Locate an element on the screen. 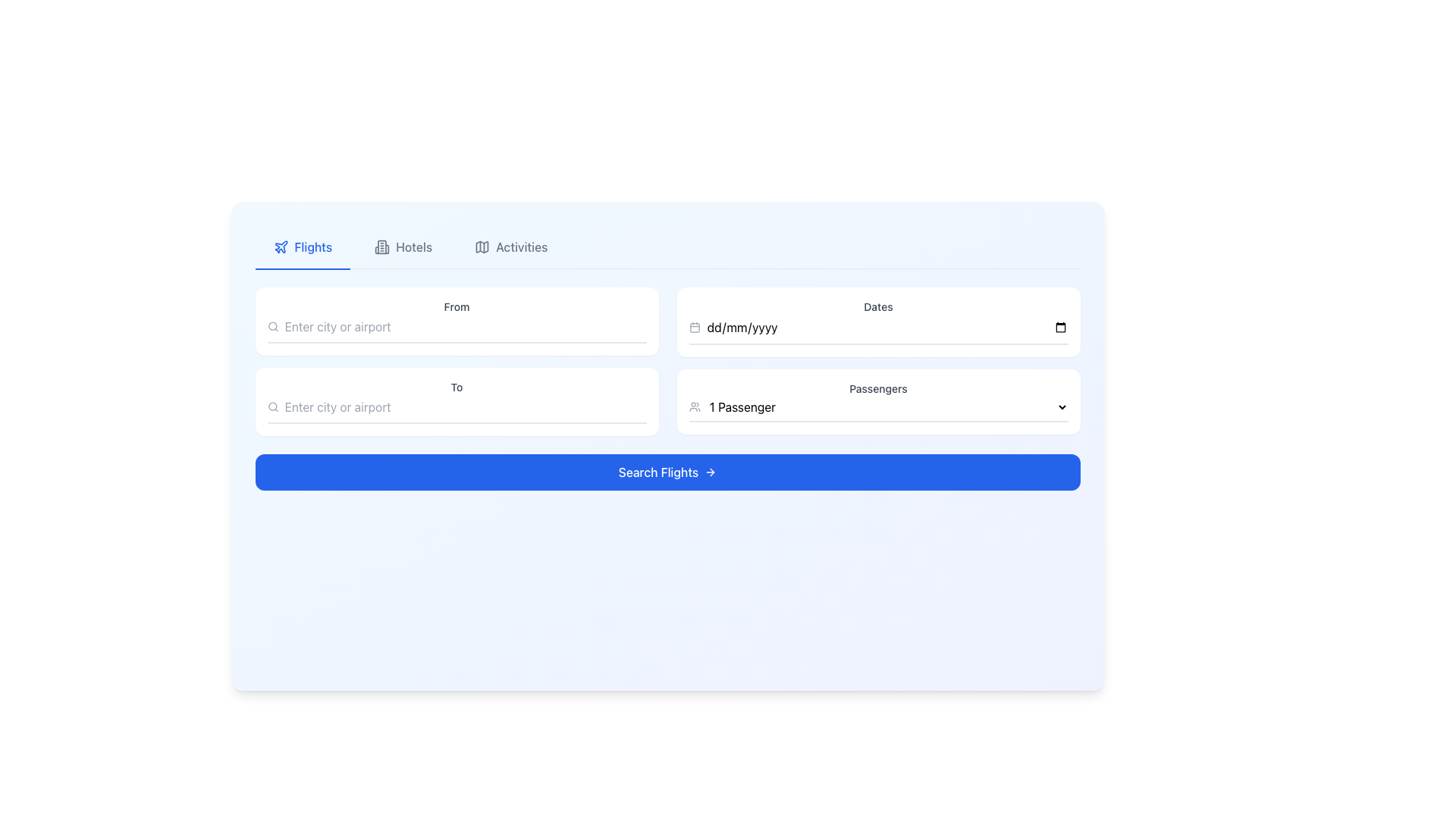  the small map icon in the navigation bar, located to the left of the text 'Activities' is located at coordinates (482, 246).